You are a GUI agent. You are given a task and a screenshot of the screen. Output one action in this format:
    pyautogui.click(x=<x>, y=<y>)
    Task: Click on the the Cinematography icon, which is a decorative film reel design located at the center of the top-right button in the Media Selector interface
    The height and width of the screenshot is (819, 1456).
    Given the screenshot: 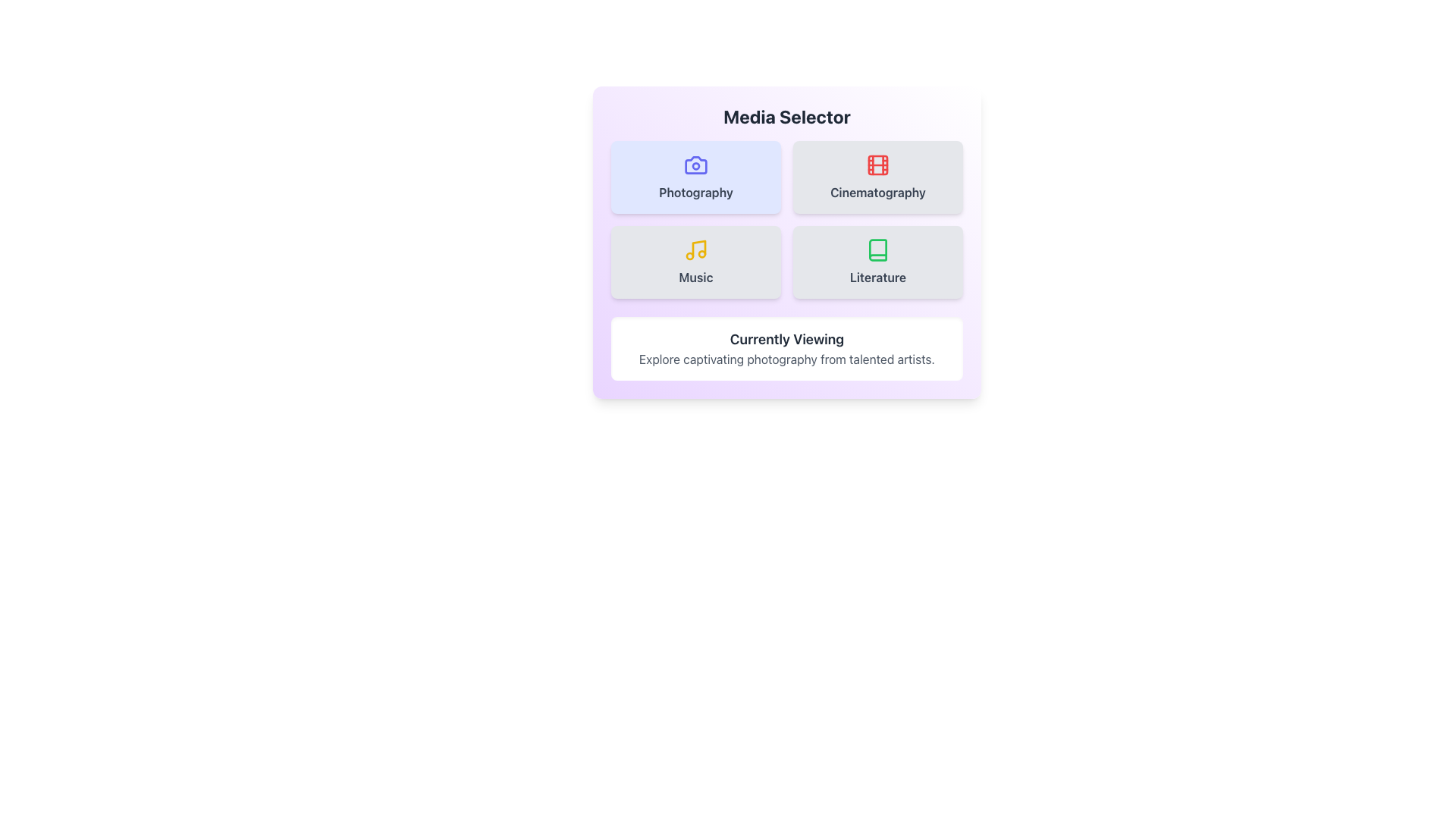 What is the action you would take?
    pyautogui.click(x=877, y=165)
    